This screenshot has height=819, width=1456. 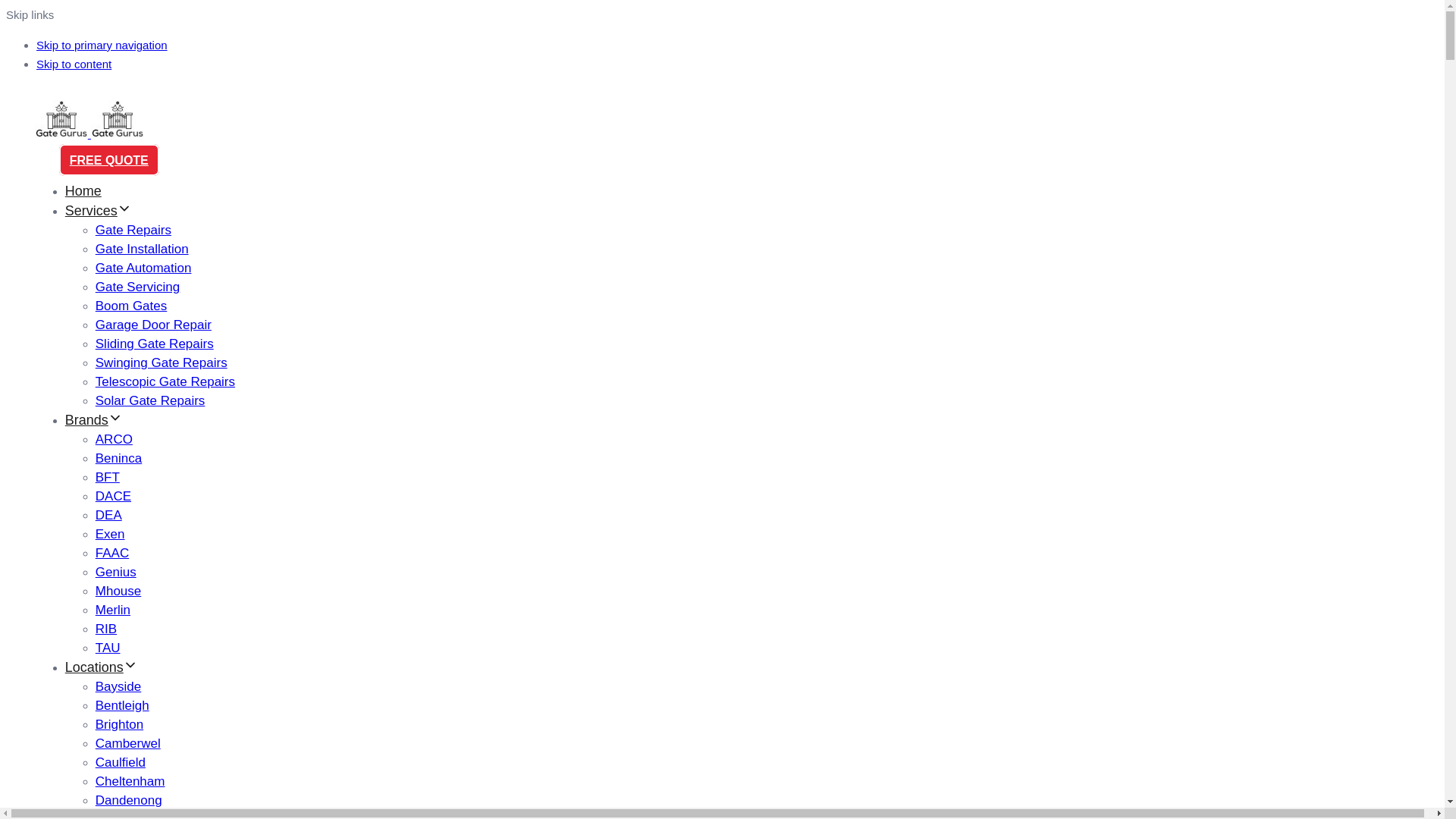 I want to click on 'Gate Installation', so click(x=94, y=248).